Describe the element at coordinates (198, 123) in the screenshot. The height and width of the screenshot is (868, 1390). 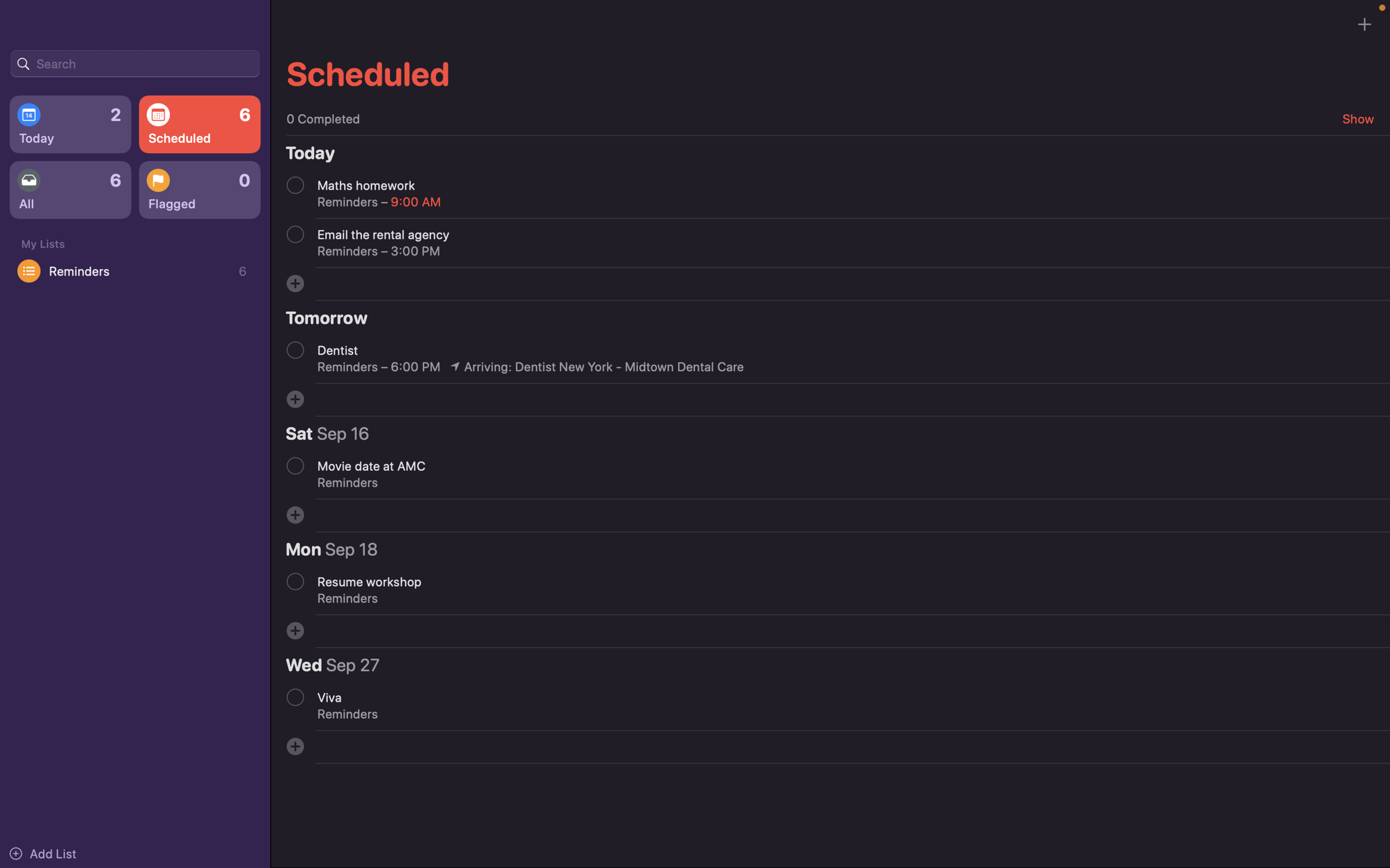
I see `the list of all planned events` at that location.